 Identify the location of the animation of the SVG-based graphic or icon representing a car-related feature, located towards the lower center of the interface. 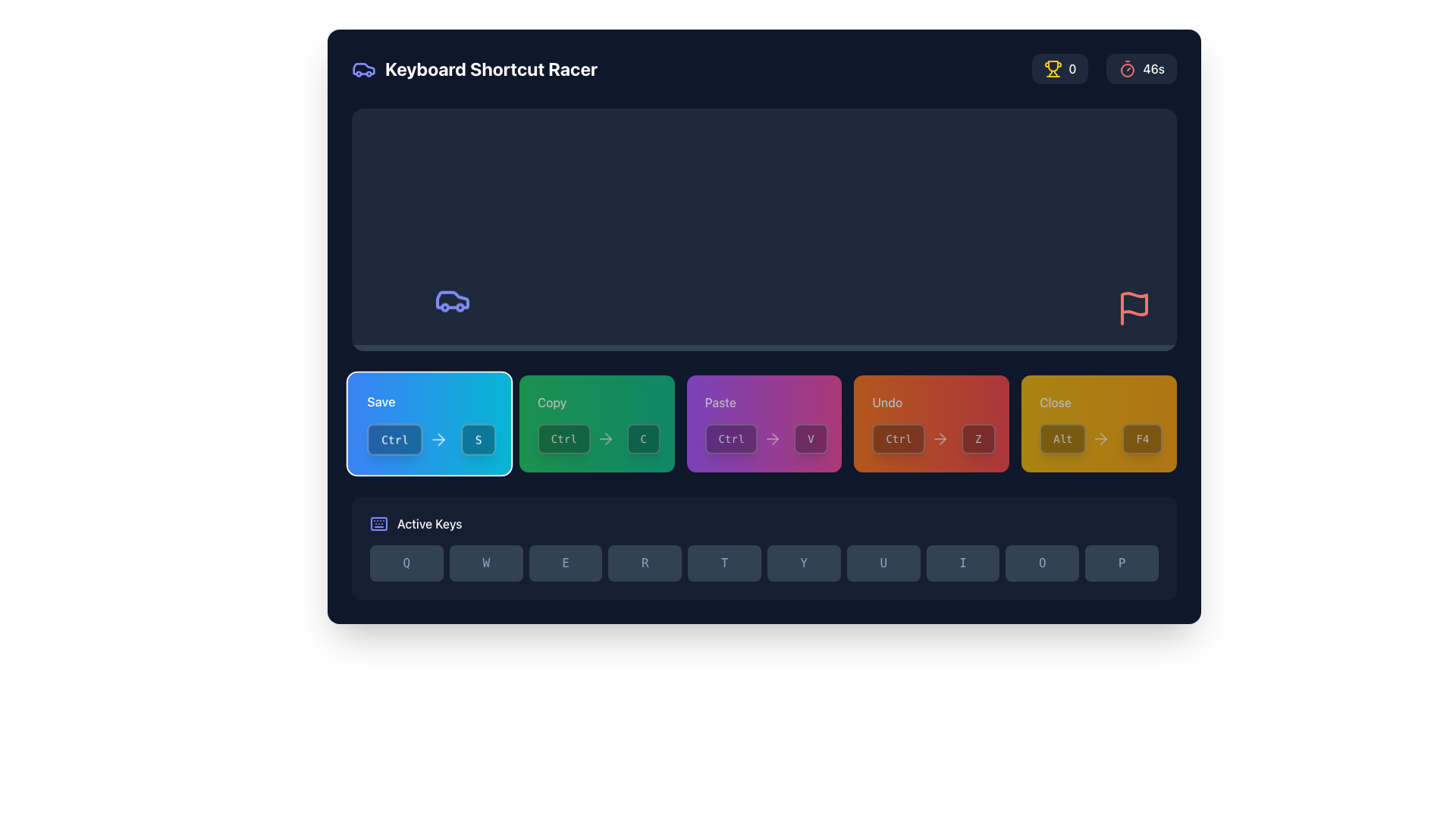
(451, 306).